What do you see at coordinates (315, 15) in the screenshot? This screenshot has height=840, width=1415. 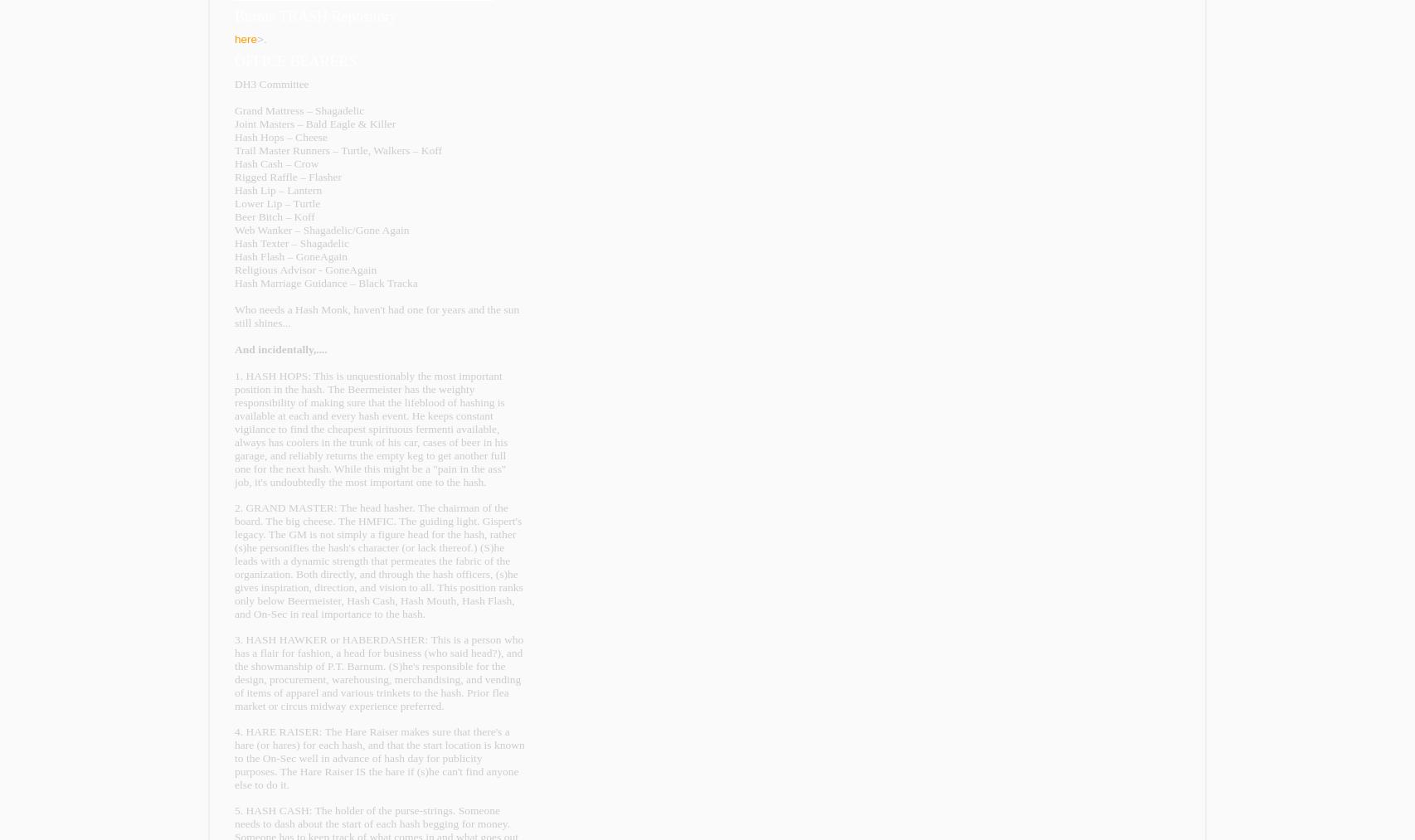 I see `'Burnie TRASH Repository'` at bounding box center [315, 15].